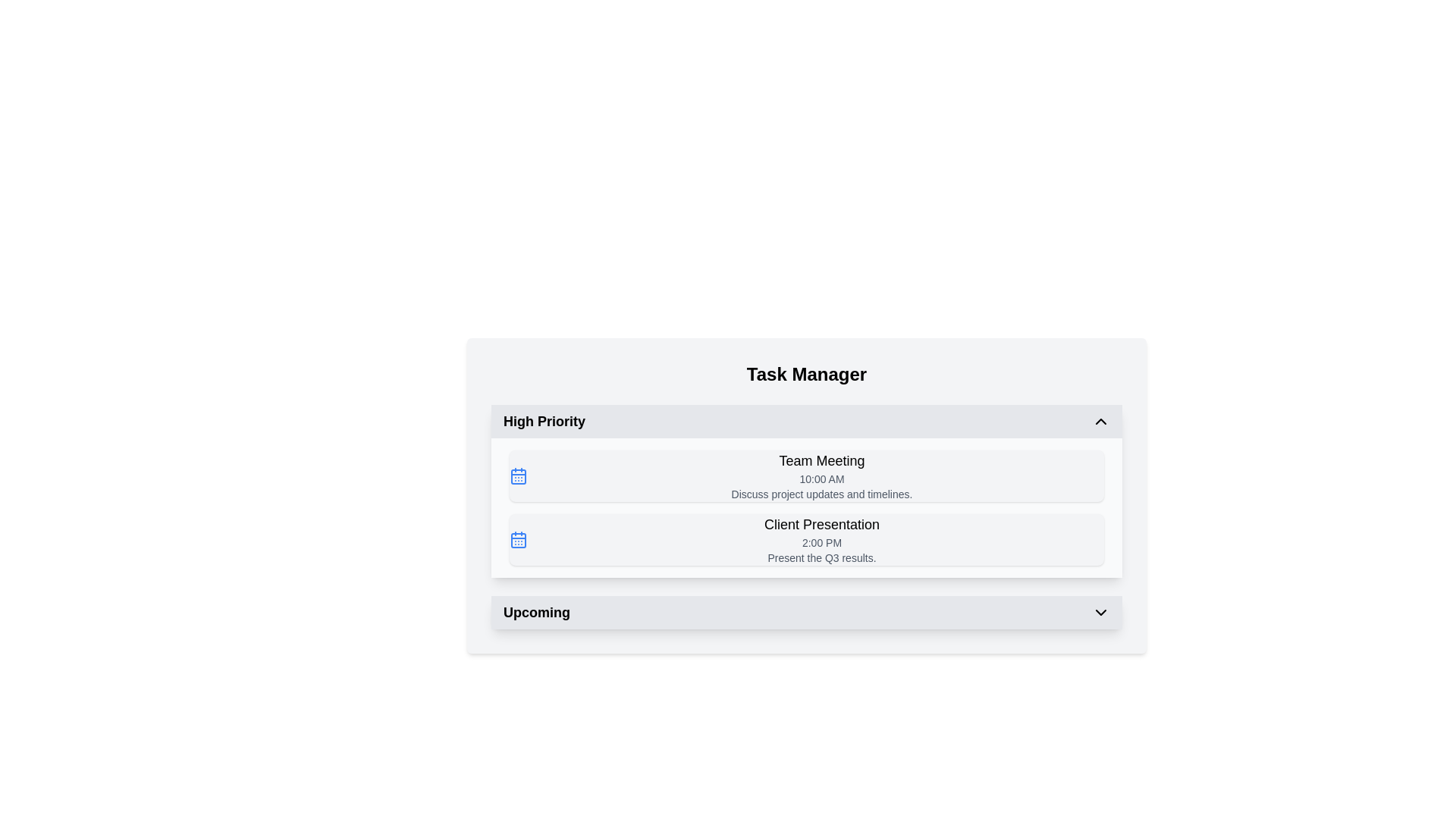 This screenshot has height=819, width=1456. I want to click on the calendar icon on the leftmost side of the 'Team Meeting' section, so click(519, 475).